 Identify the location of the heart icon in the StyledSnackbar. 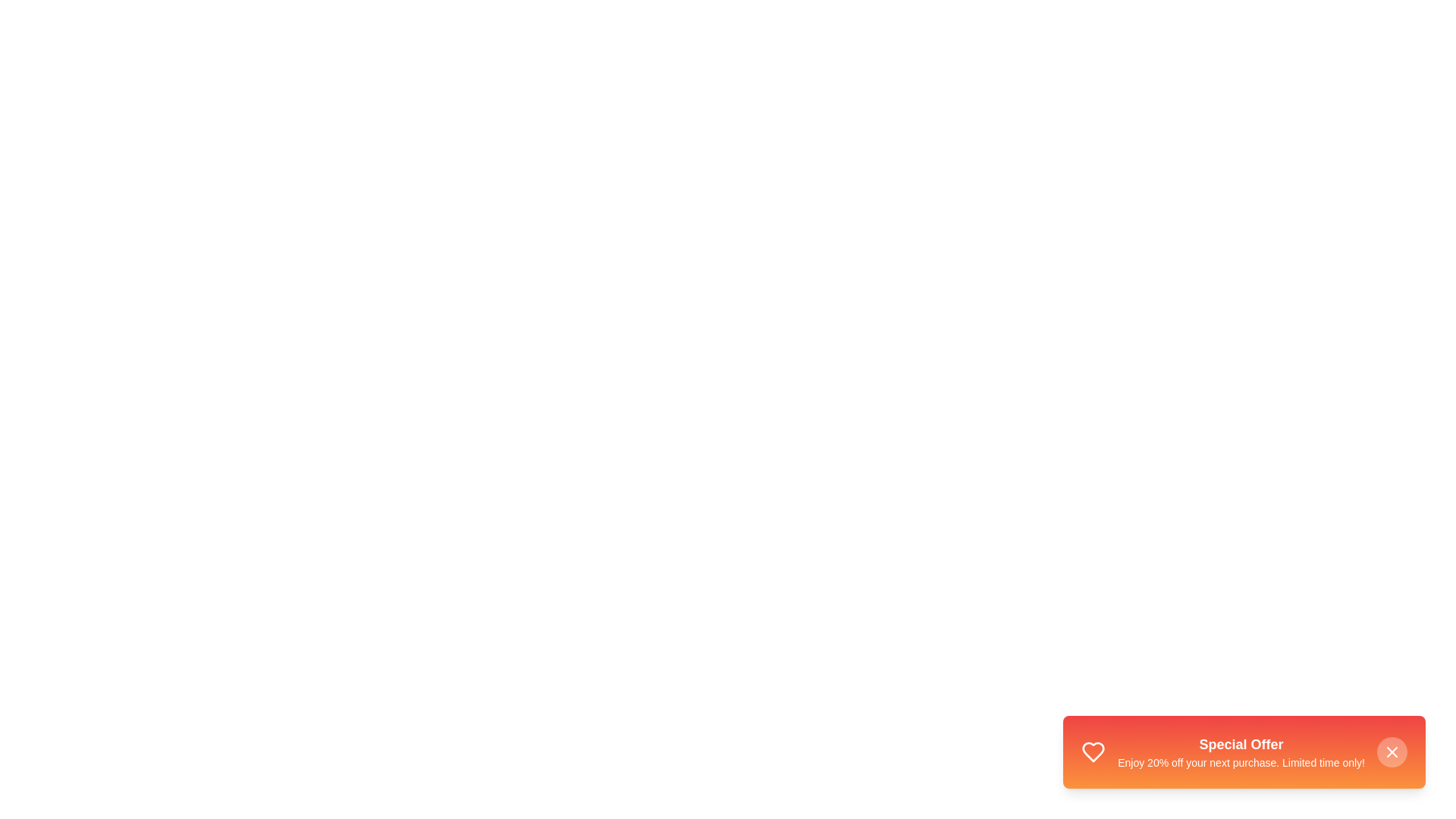
(1093, 752).